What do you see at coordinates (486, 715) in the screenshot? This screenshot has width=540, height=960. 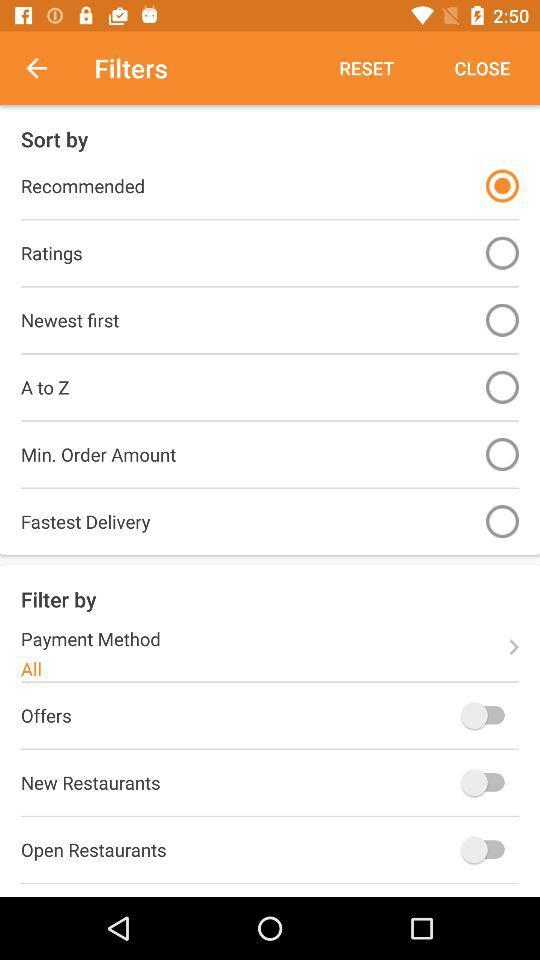 I see `offers` at bounding box center [486, 715].